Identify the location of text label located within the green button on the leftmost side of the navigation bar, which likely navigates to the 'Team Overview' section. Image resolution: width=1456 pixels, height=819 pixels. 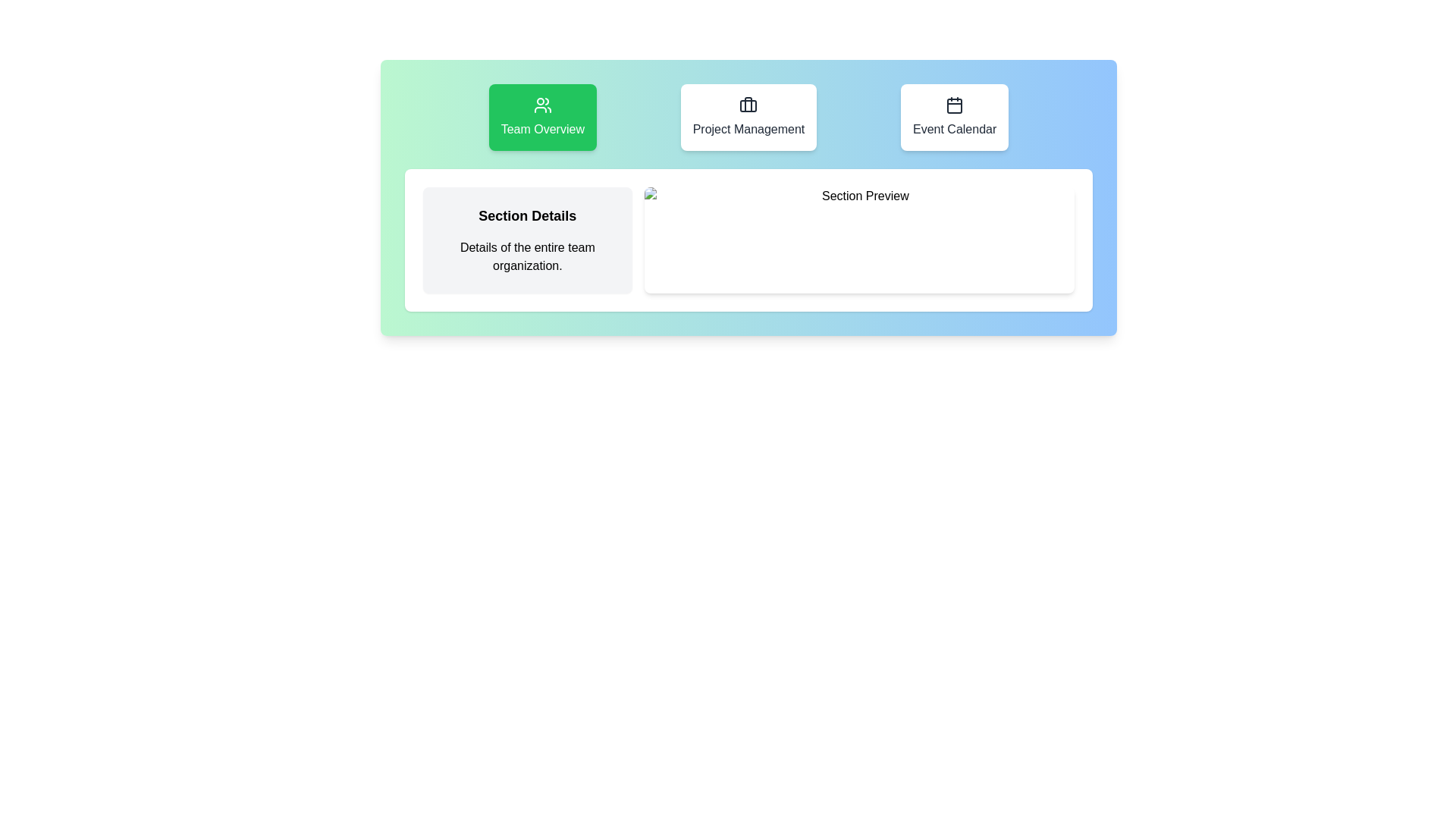
(542, 128).